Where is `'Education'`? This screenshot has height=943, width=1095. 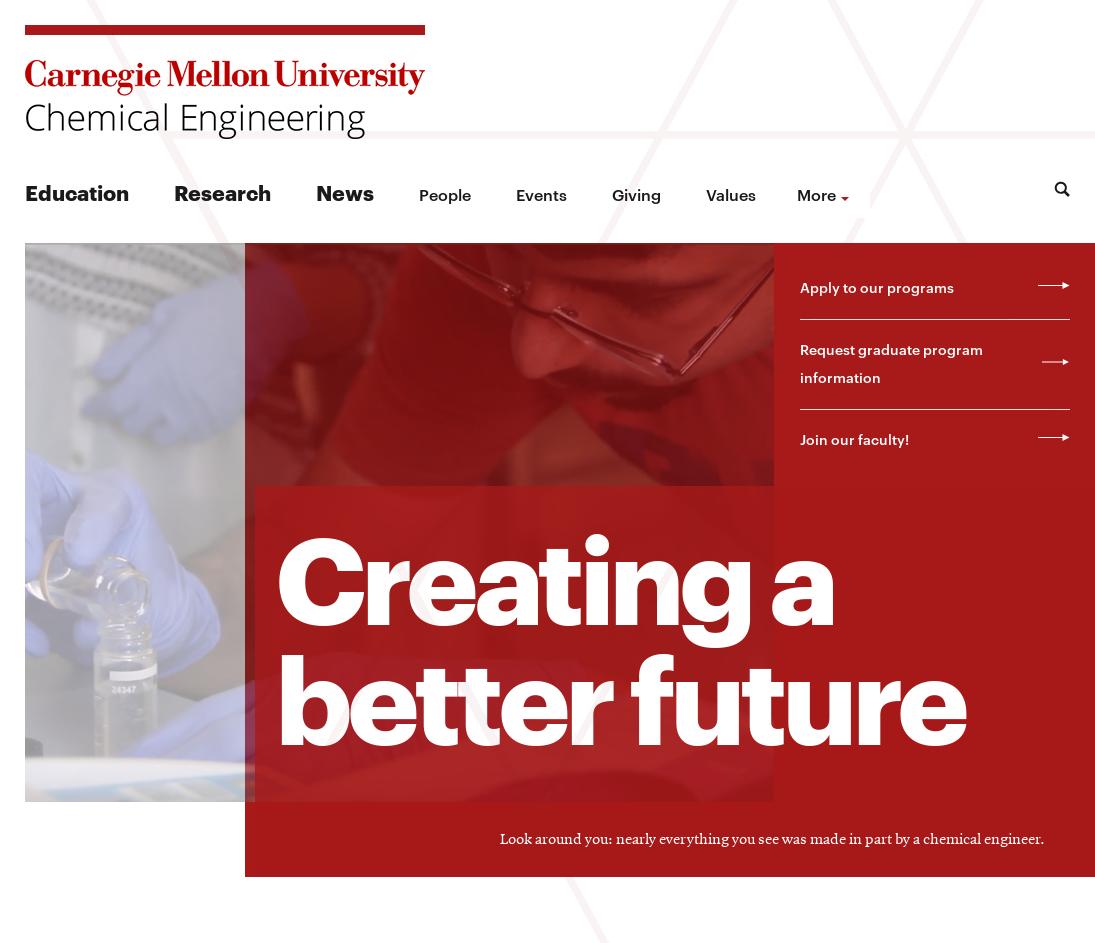 'Education' is located at coordinates (75, 190).